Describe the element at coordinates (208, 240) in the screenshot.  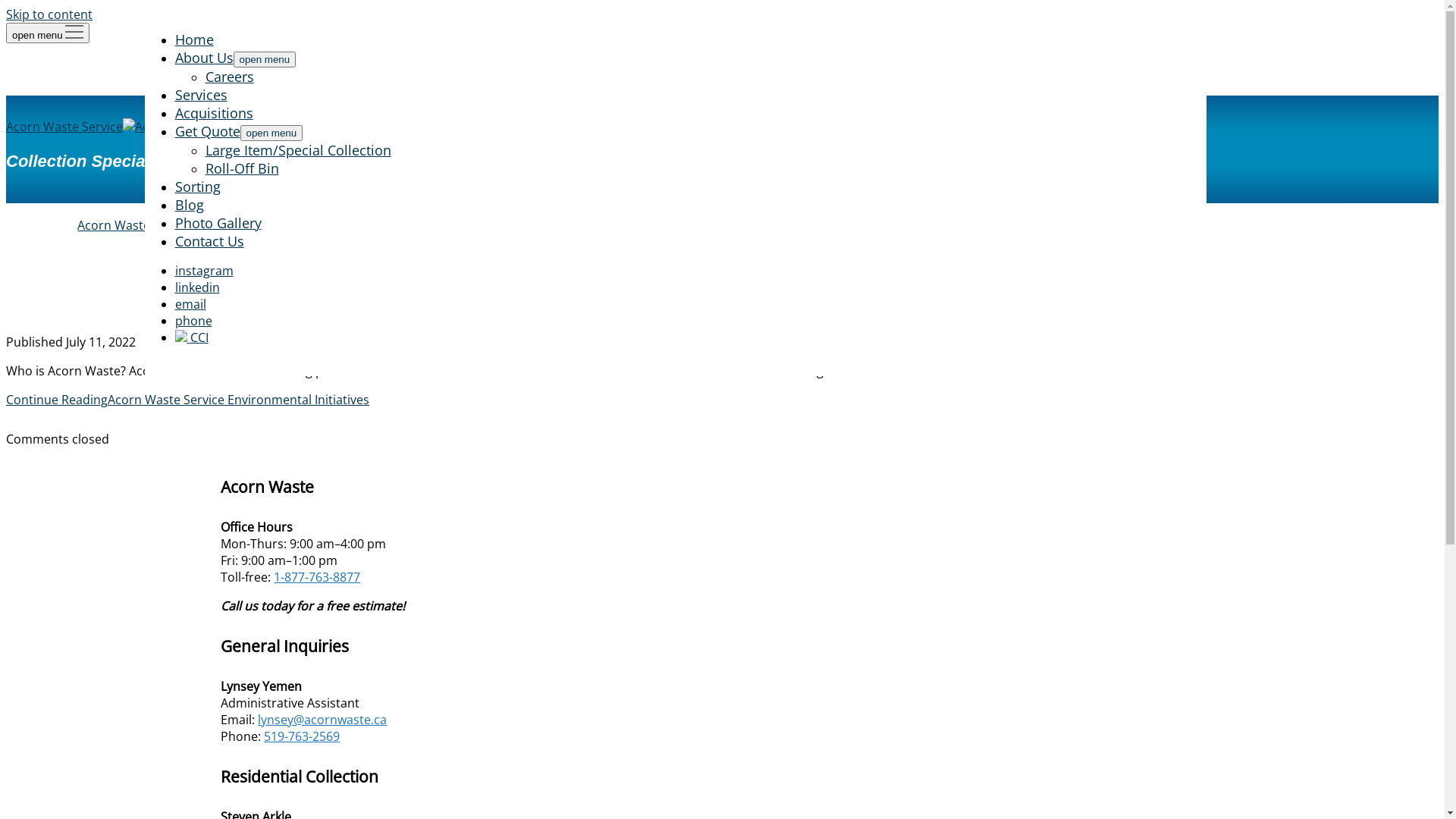
I see `'Contact Us'` at that location.